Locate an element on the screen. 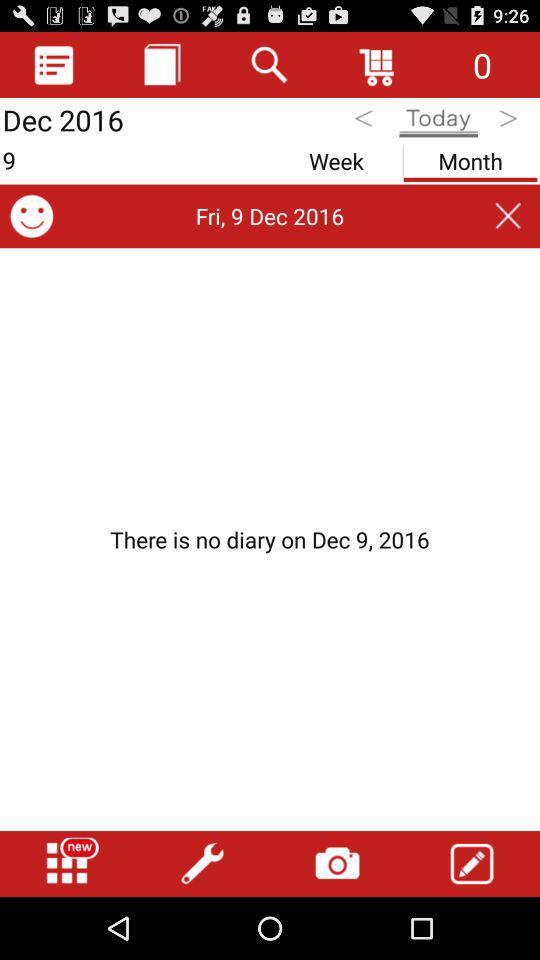 This screenshot has width=540, height=960. search functionality is located at coordinates (270, 64).